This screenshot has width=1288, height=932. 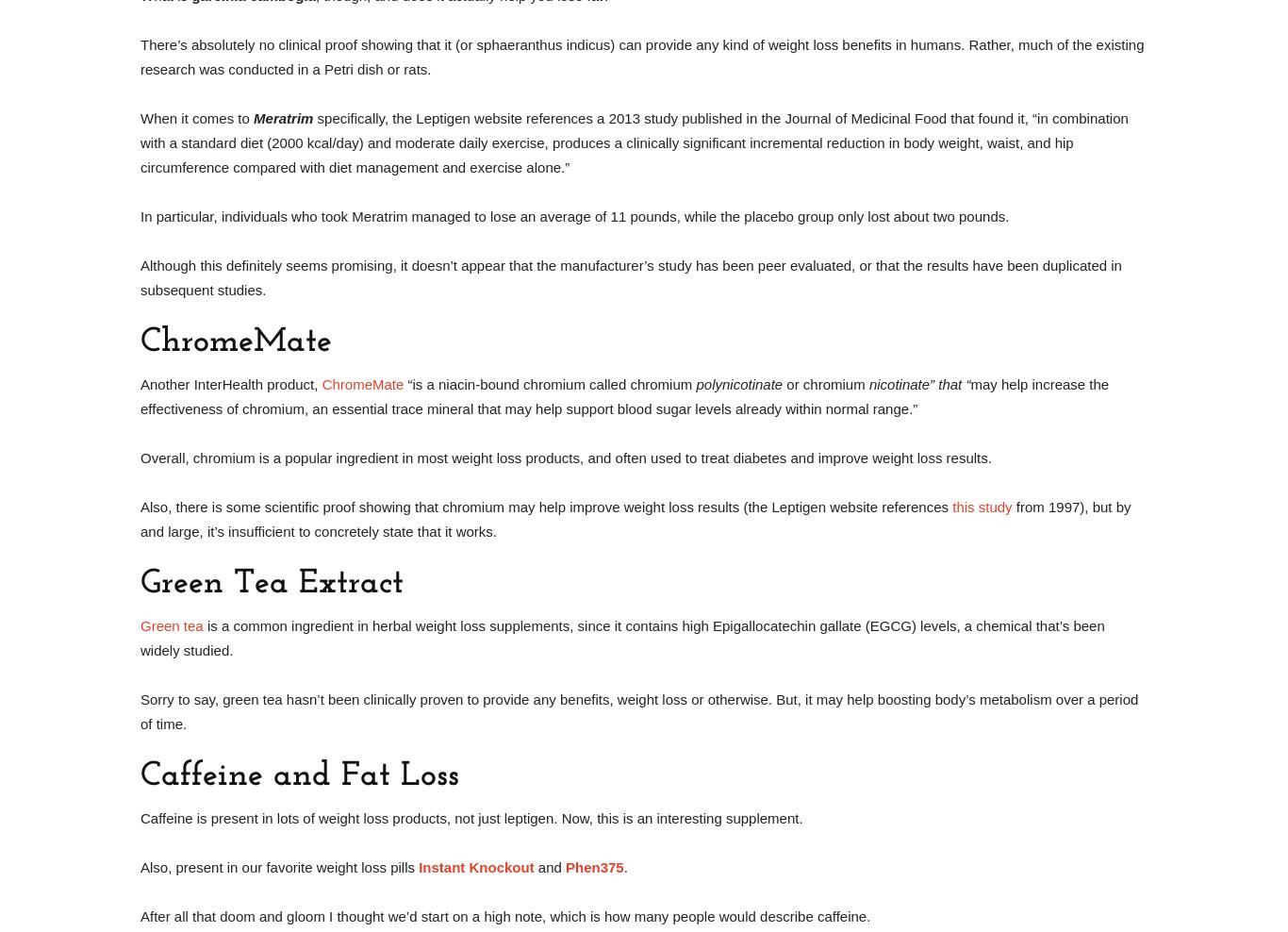 What do you see at coordinates (867, 383) in the screenshot?
I see `'nicotinate'` at bounding box center [867, 383].